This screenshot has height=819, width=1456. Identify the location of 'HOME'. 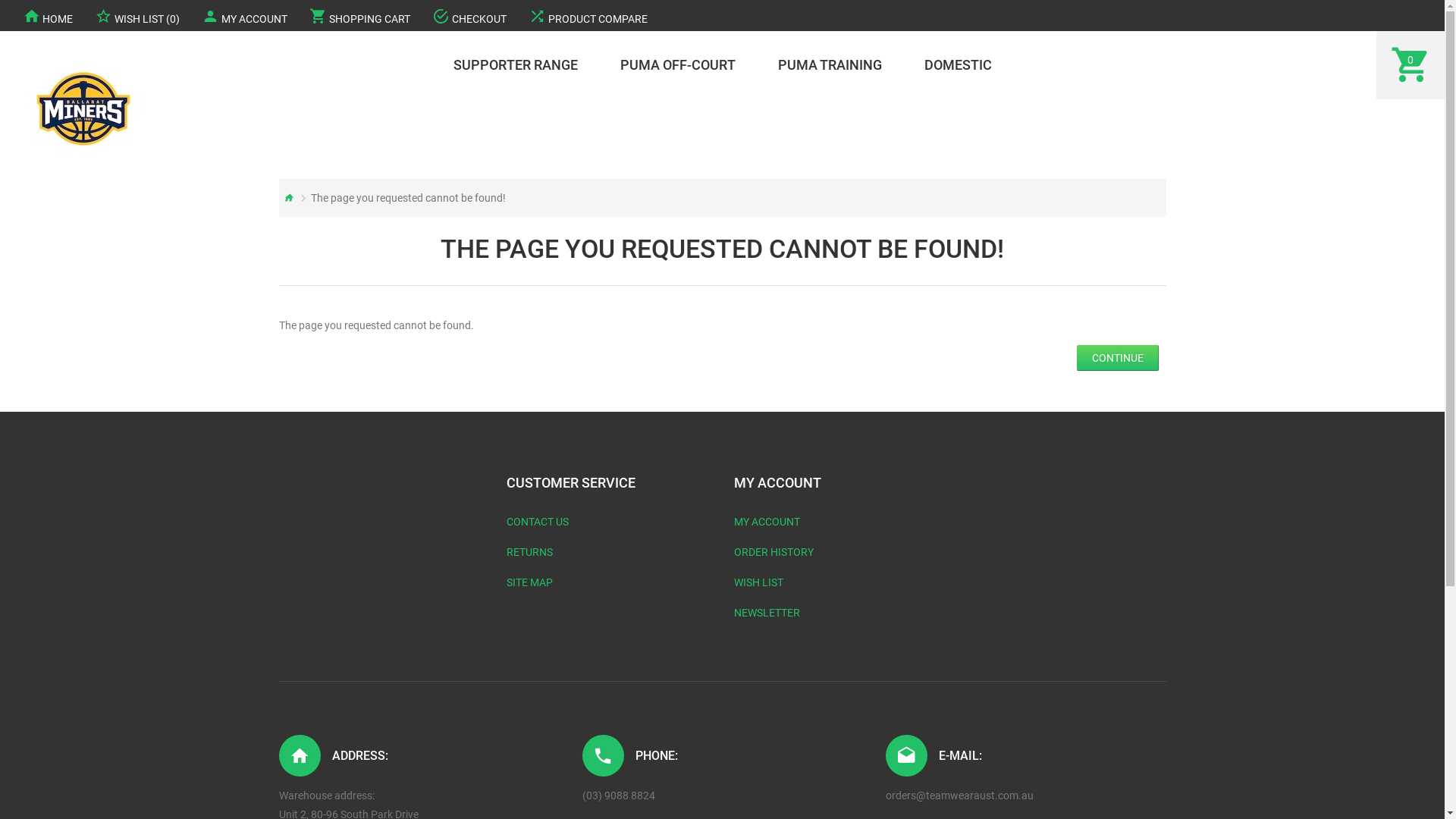
(11, 15).